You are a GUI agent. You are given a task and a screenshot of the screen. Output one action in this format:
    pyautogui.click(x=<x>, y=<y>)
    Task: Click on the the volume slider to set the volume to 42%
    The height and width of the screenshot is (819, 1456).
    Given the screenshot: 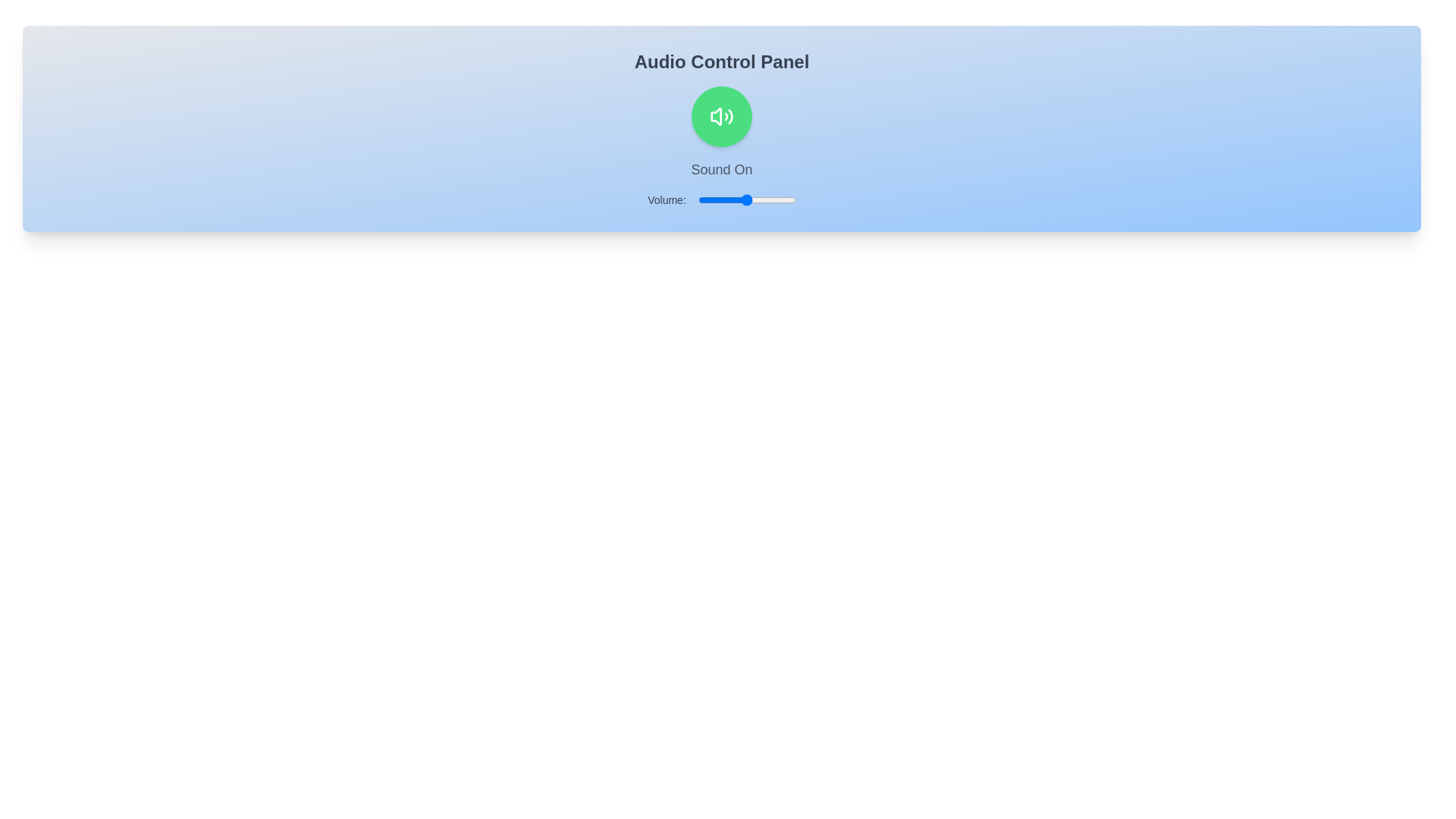 What is the action you would take?
    pyautogui.click(x=739, y=199)
    